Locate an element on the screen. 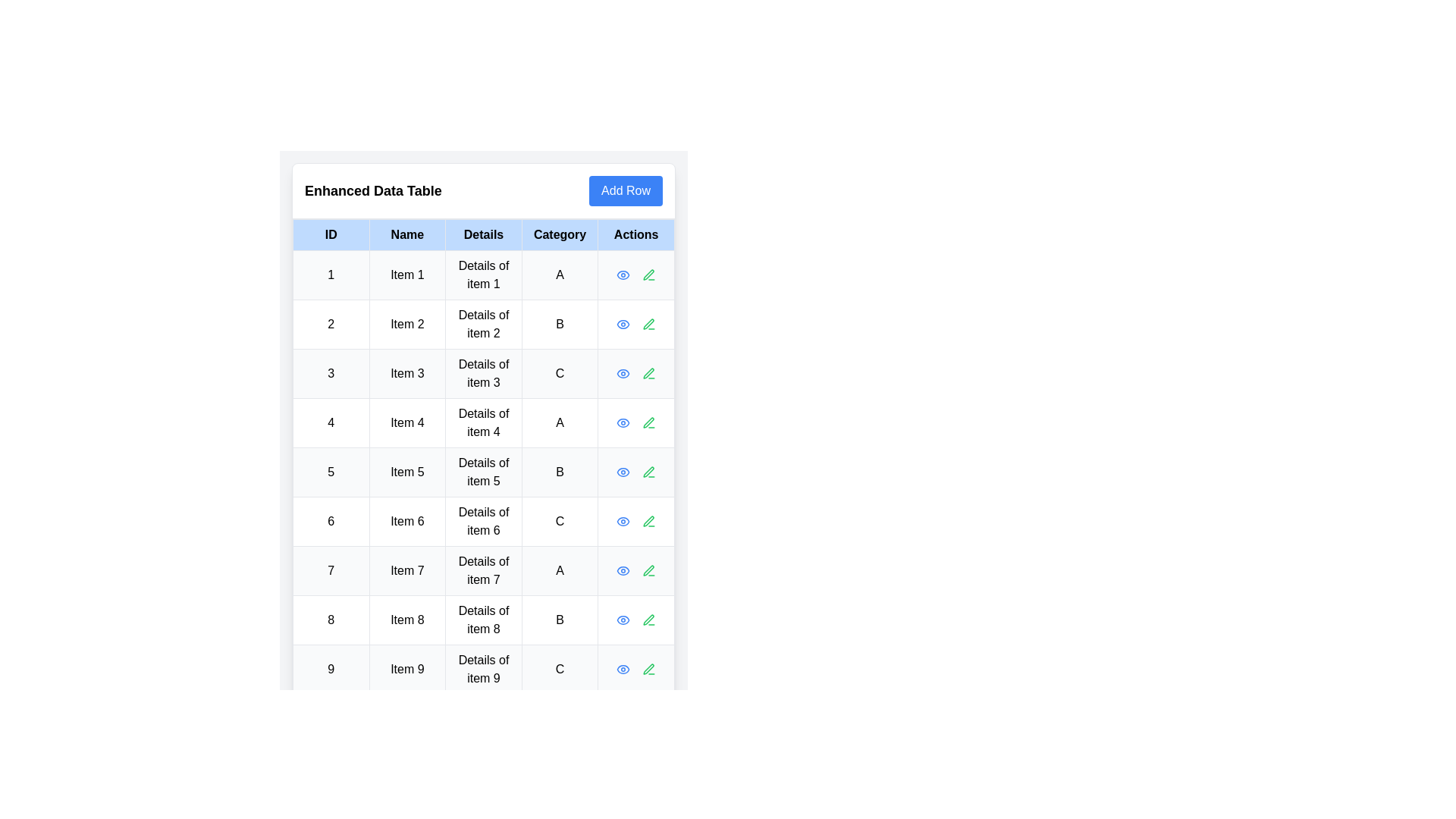 The height and width of the screenshot is (819, 1456). the green edit button with a pen icon located in the 'Actions' column of the row for 'Item 3', which is the second actionable element following the blue eye icon is located at coordinates (648, 374).